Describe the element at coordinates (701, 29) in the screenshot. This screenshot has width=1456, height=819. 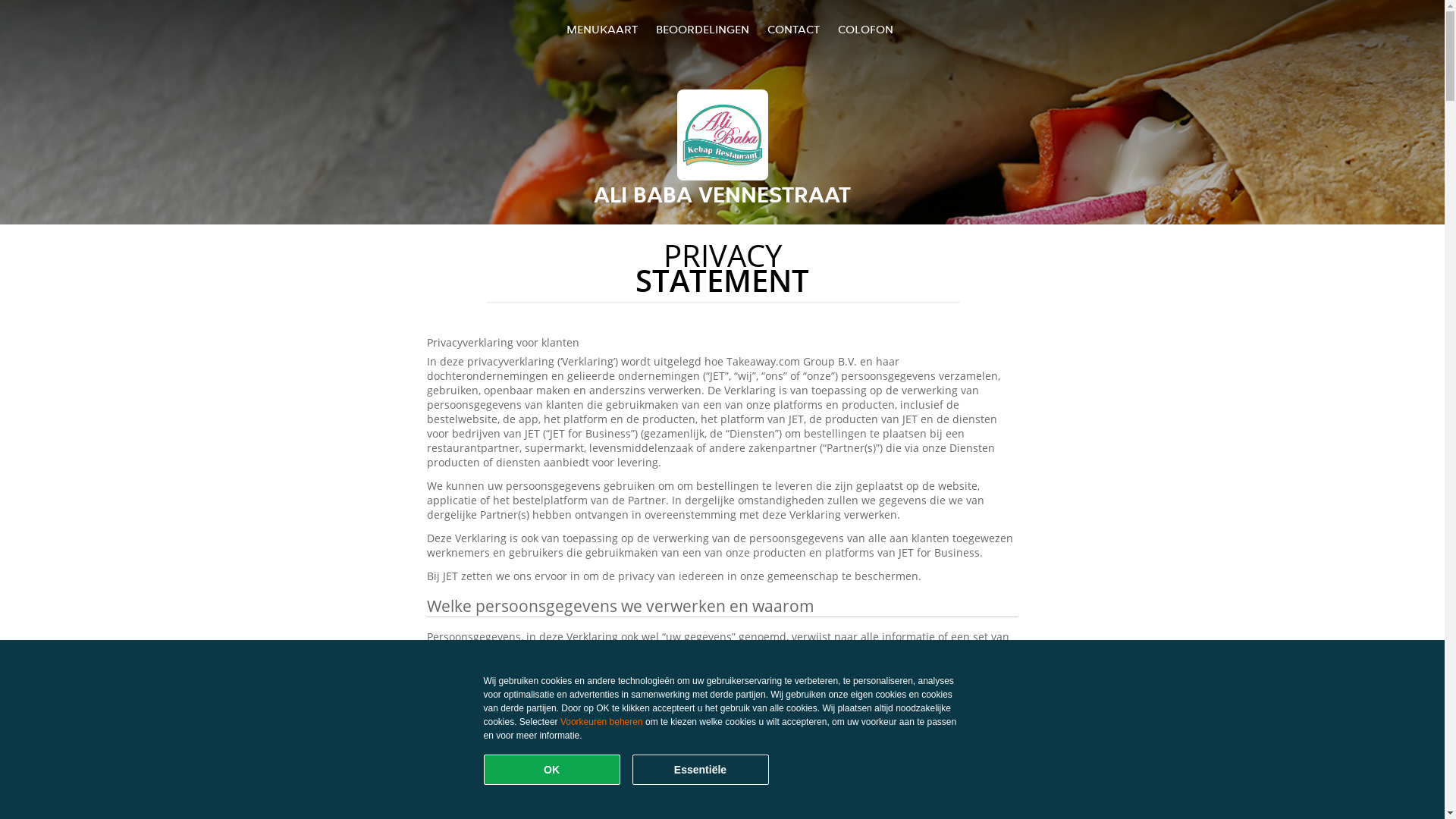
I see `'BEOORDELINGEN'` at that location.